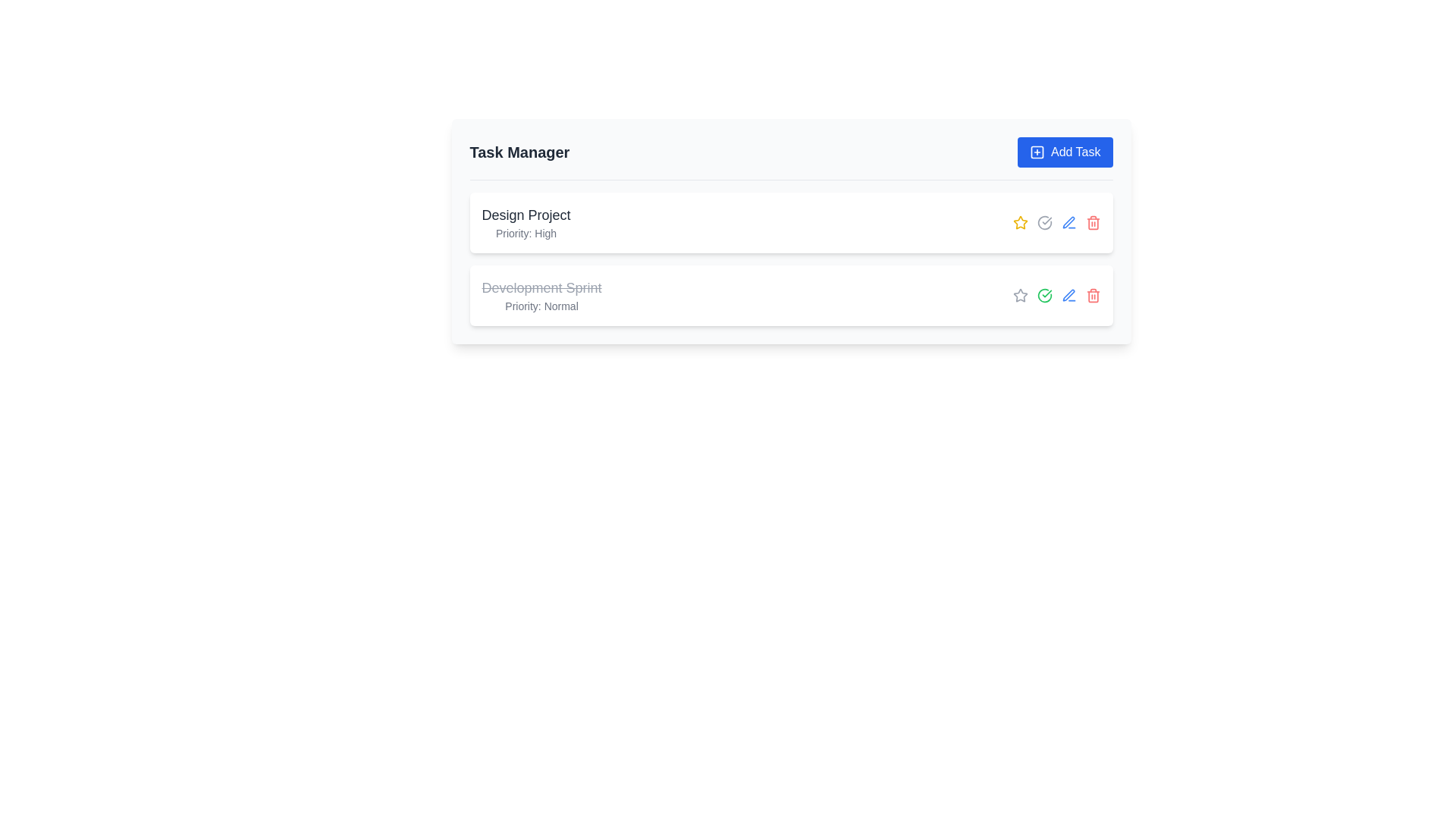 This screenshot has height=819, width=1456. I want to click on the yellow outlined five-pointed star icon located to the left of the 'Design Project' row in the task list, so click(1020, 222).